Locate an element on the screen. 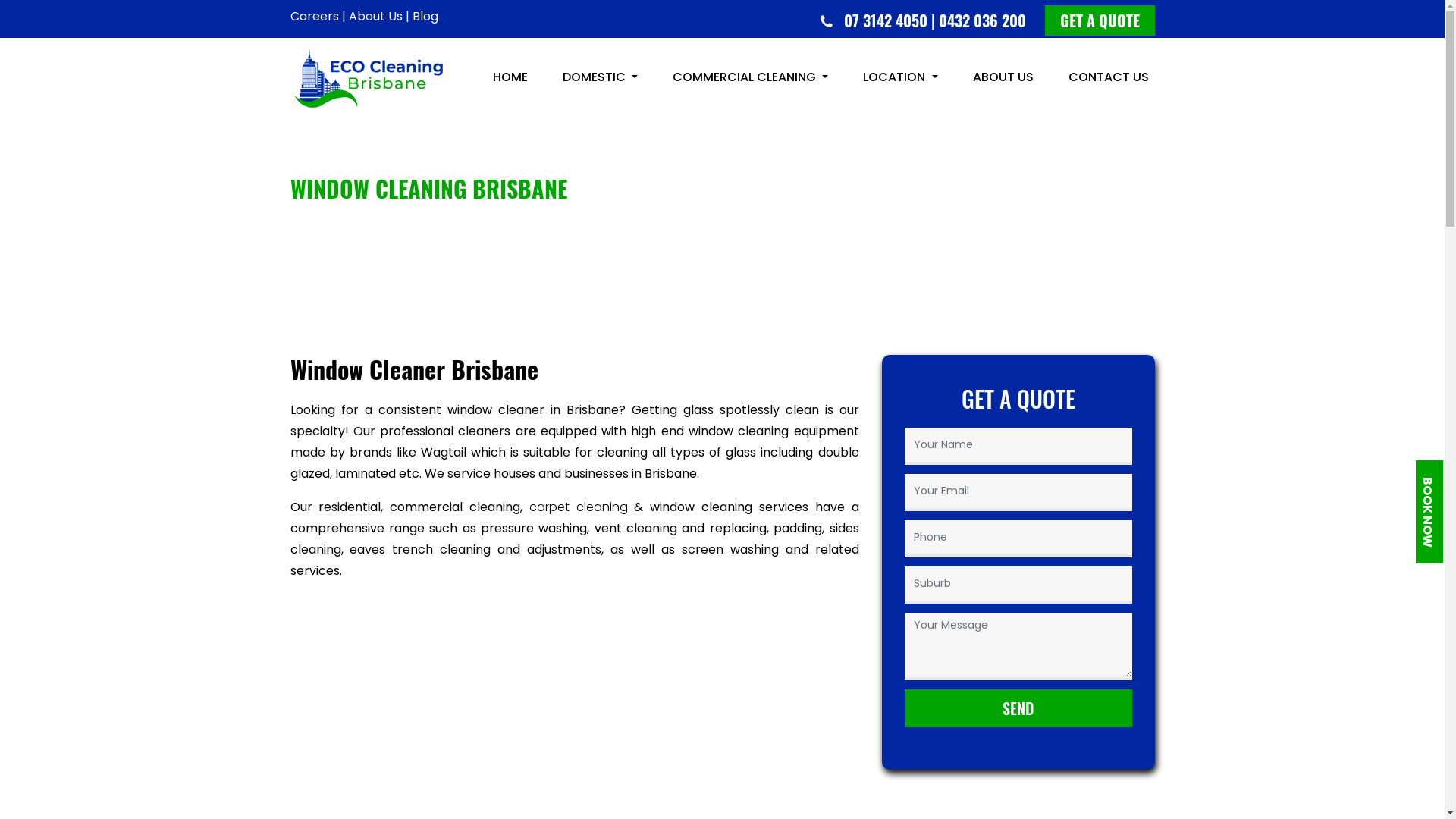 This screenshot has width=1456, height=819. '07 3142 4050 | 0432 036 200' is located at coordinates (937, 20).